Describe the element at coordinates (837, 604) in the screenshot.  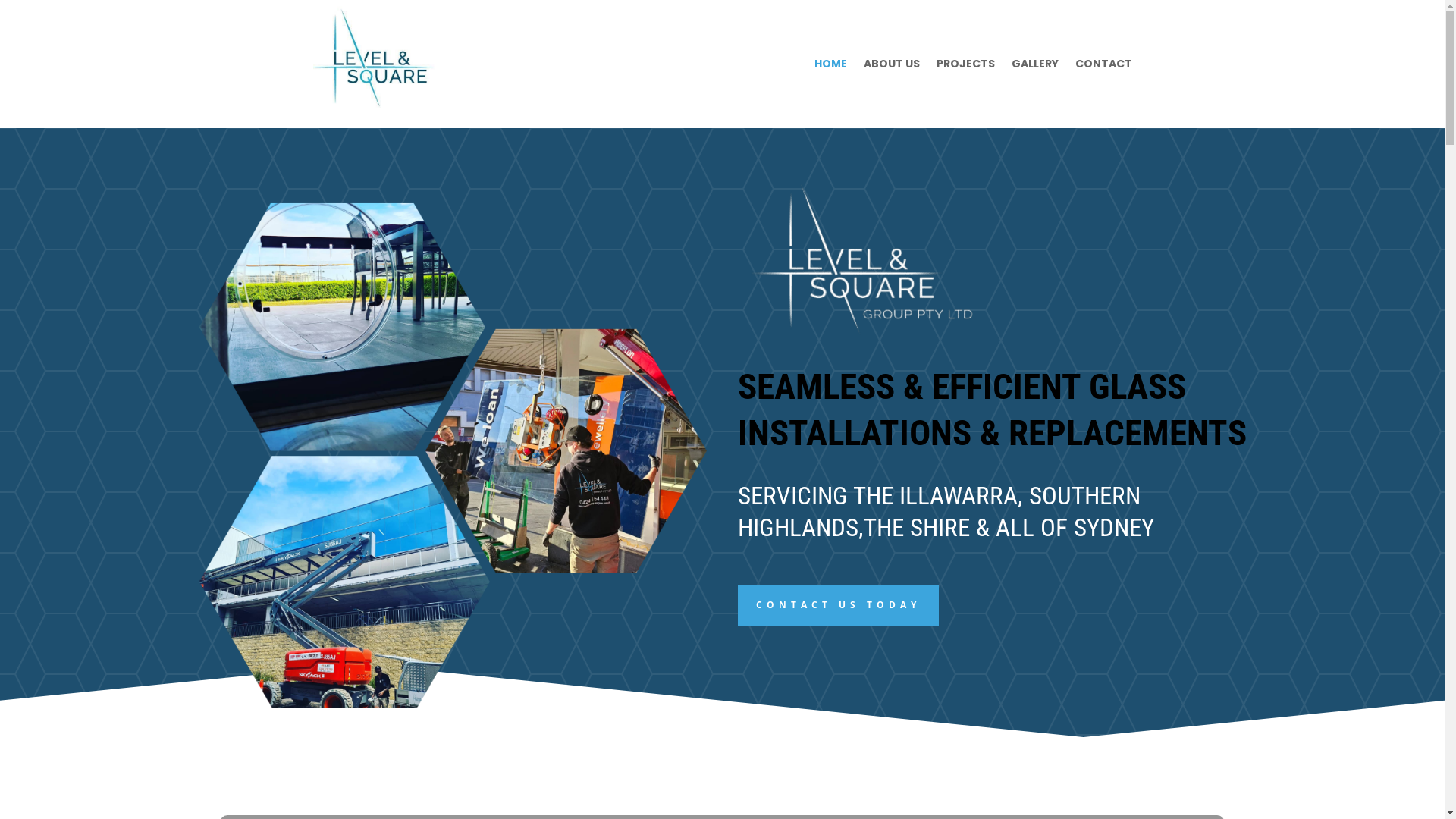
I see `'CONTACT US TODAY'` at that location.